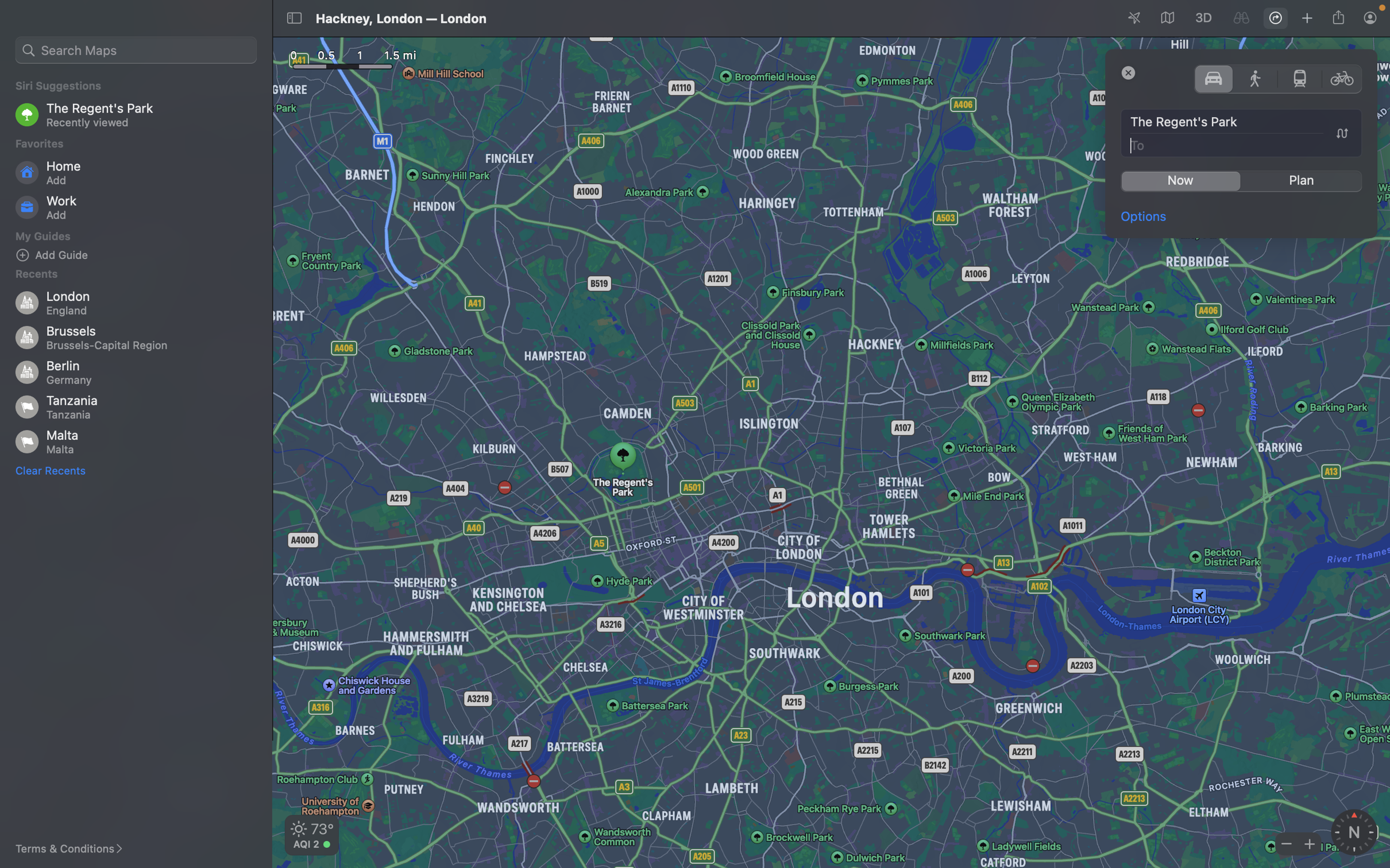 The image size is (1390, 868). I want to click on Navigate and select the "terms & conditions" link to read them, so click(76, 848).